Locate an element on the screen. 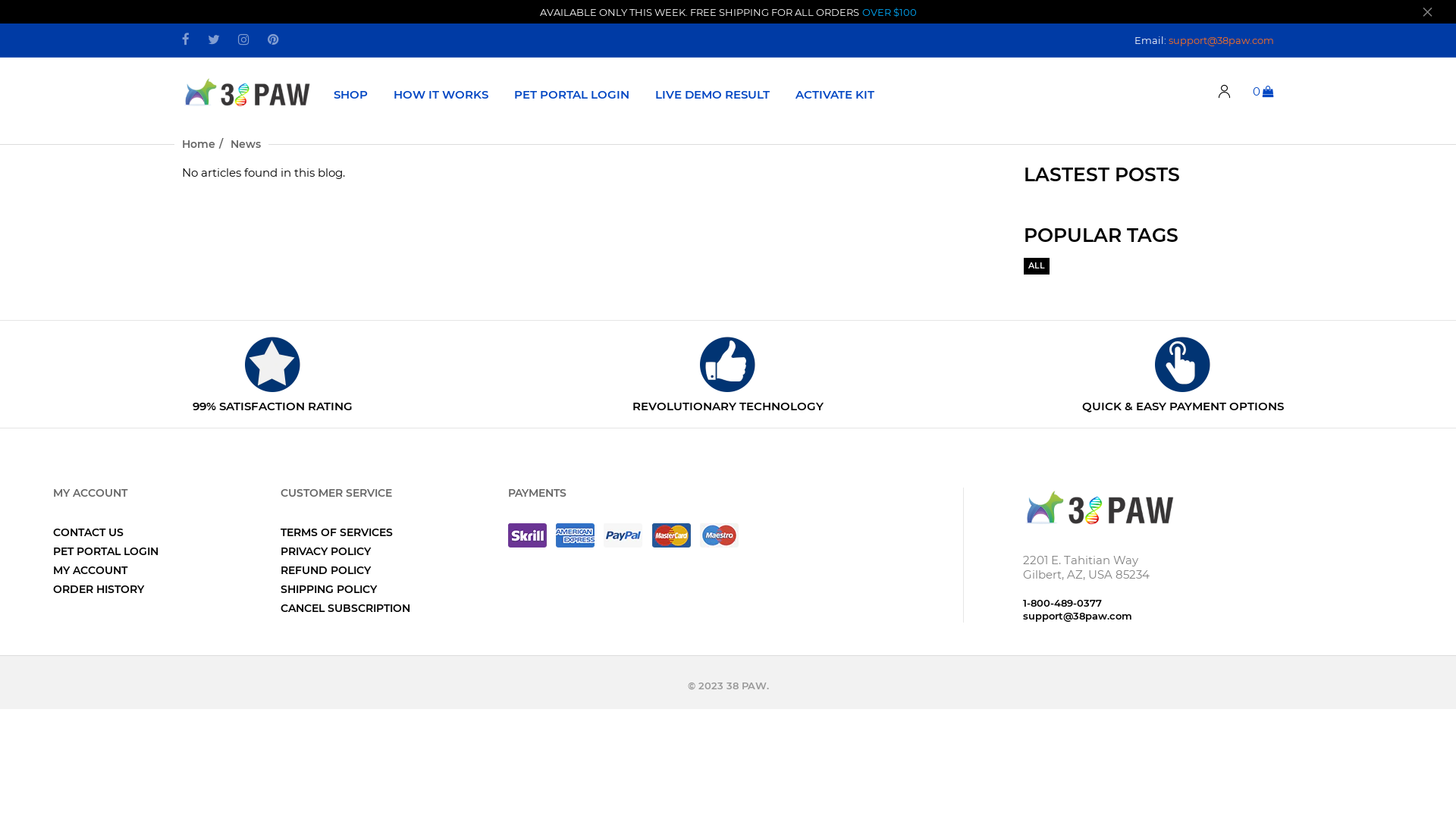 Image resolution: width=1456 pixels, height=819 pixels. 'SHIPPING POLICY' is located at coordinates (328, 588).